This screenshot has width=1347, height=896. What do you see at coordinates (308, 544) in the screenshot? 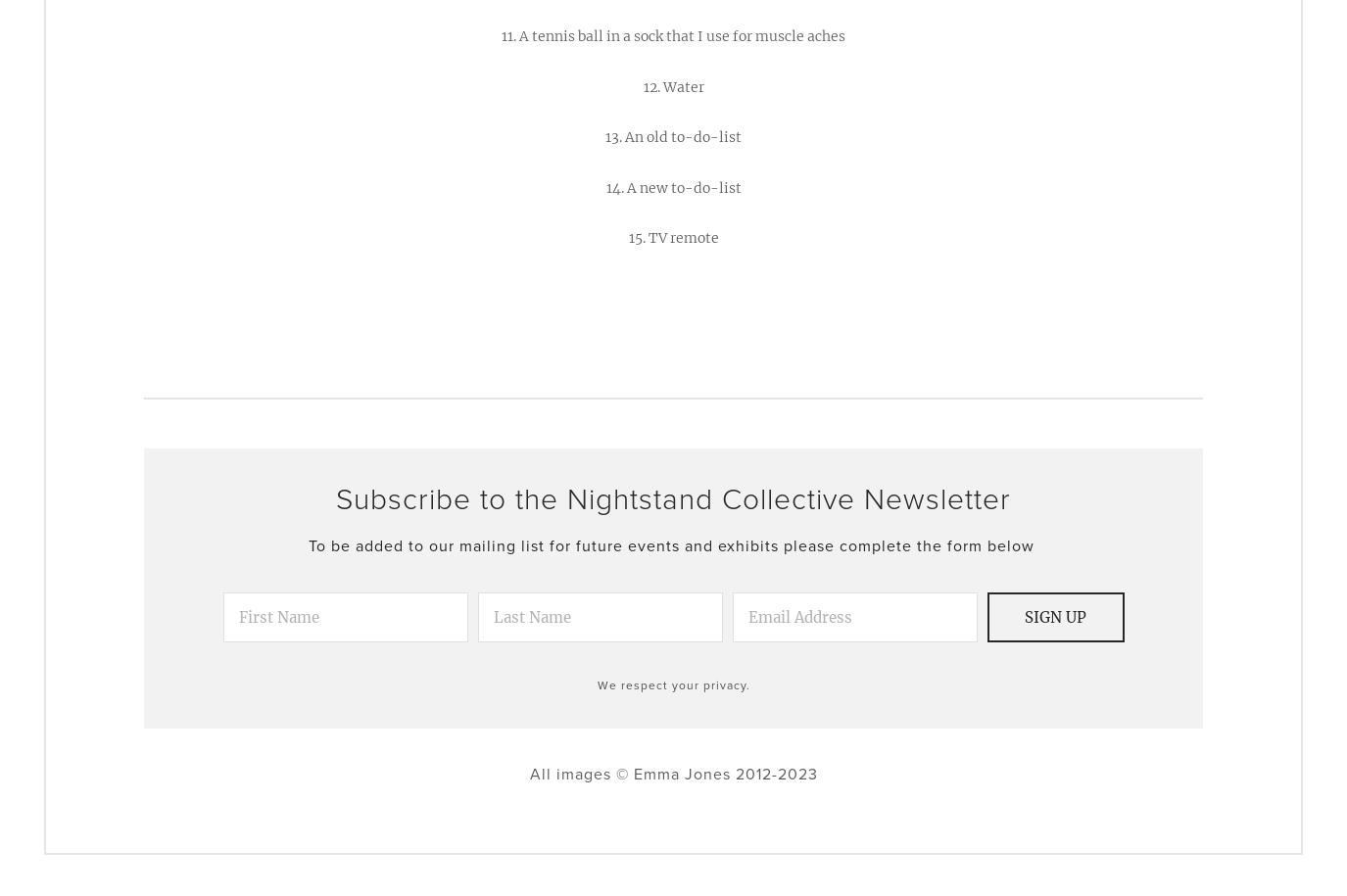
I see `'To be added to our mailing list for future events and exhibits please complete the form below'` at bounding box center [308, 544].